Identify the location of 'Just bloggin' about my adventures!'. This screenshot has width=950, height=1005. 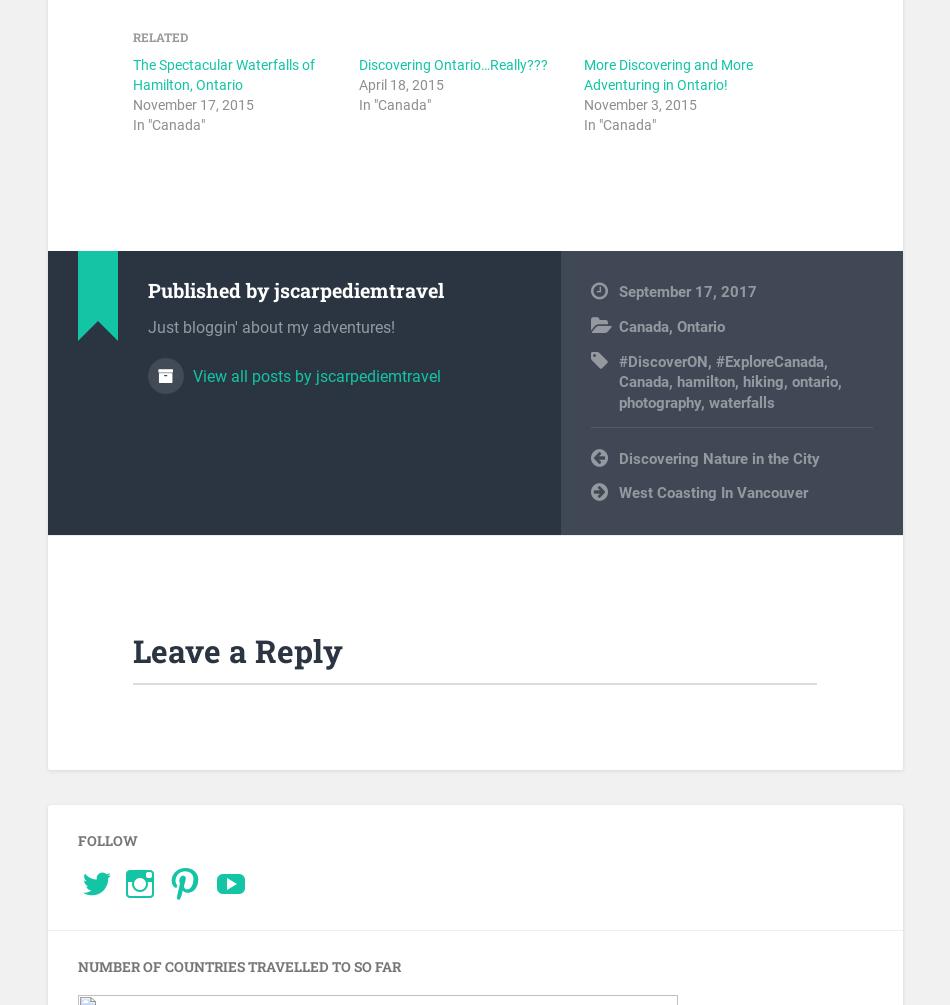
(269, 326).